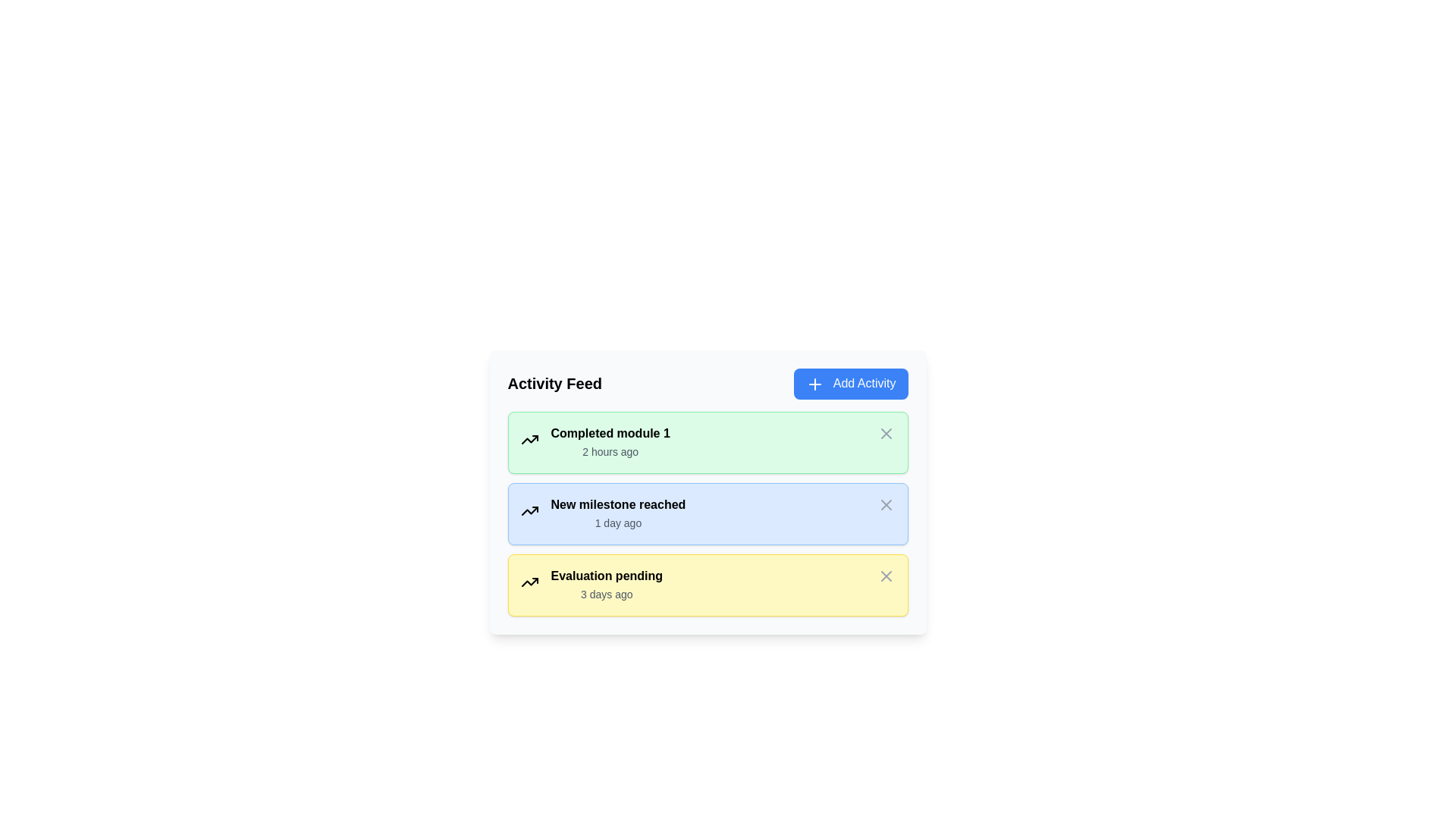  What do you see at coordinates (529, 581) in the screenshot?
I see `the decorative or informative icon that represents a trending or progress-related theme, located in the third and bottom rectangular card of the activity feed items, adjacent to the bold title text 'Evaluation pending'` at bounding box center [529, 581].